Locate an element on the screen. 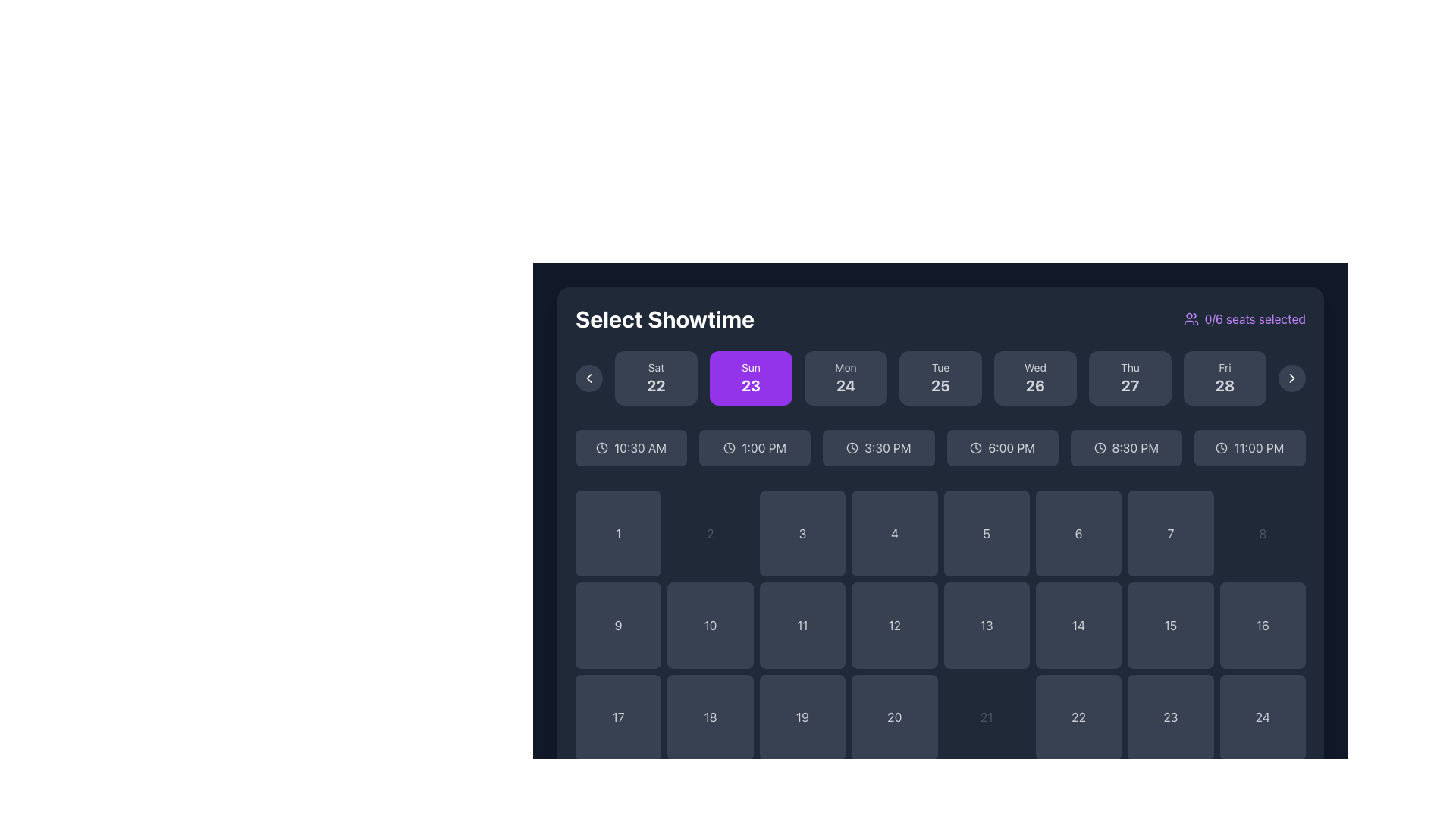 Image resolution: width=1456 pixels, height=819 pixels. the selectable button located in the first row of a numeric grid, positioned fifth from the left, to make a selection is located at coordinates (987, 532).